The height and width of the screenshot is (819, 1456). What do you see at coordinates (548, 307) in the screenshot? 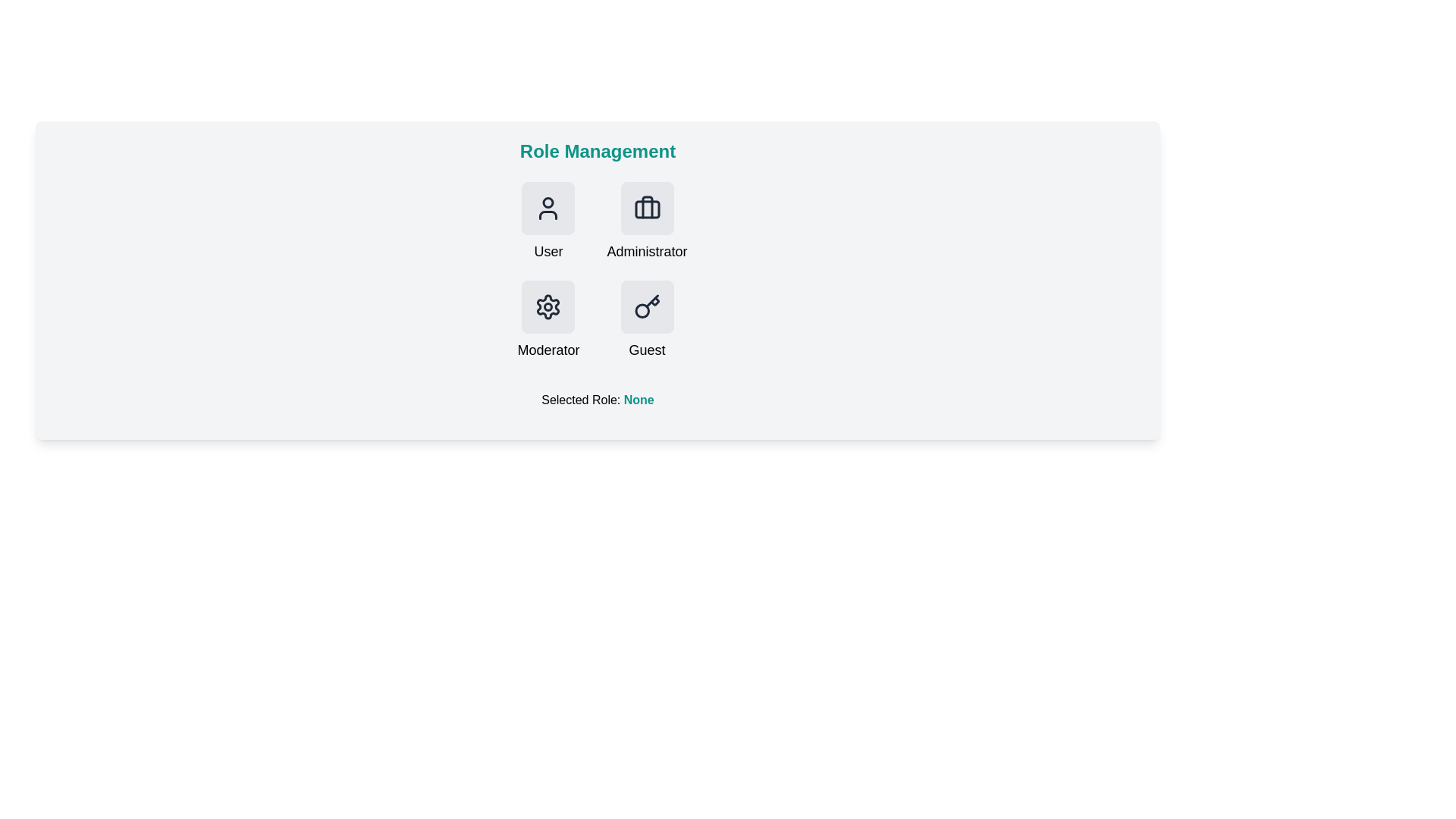
I see `the square button with rounded corners and a gear icon in dark gray, located under the 'Role Management' heading` at bounding box center [548, 307].